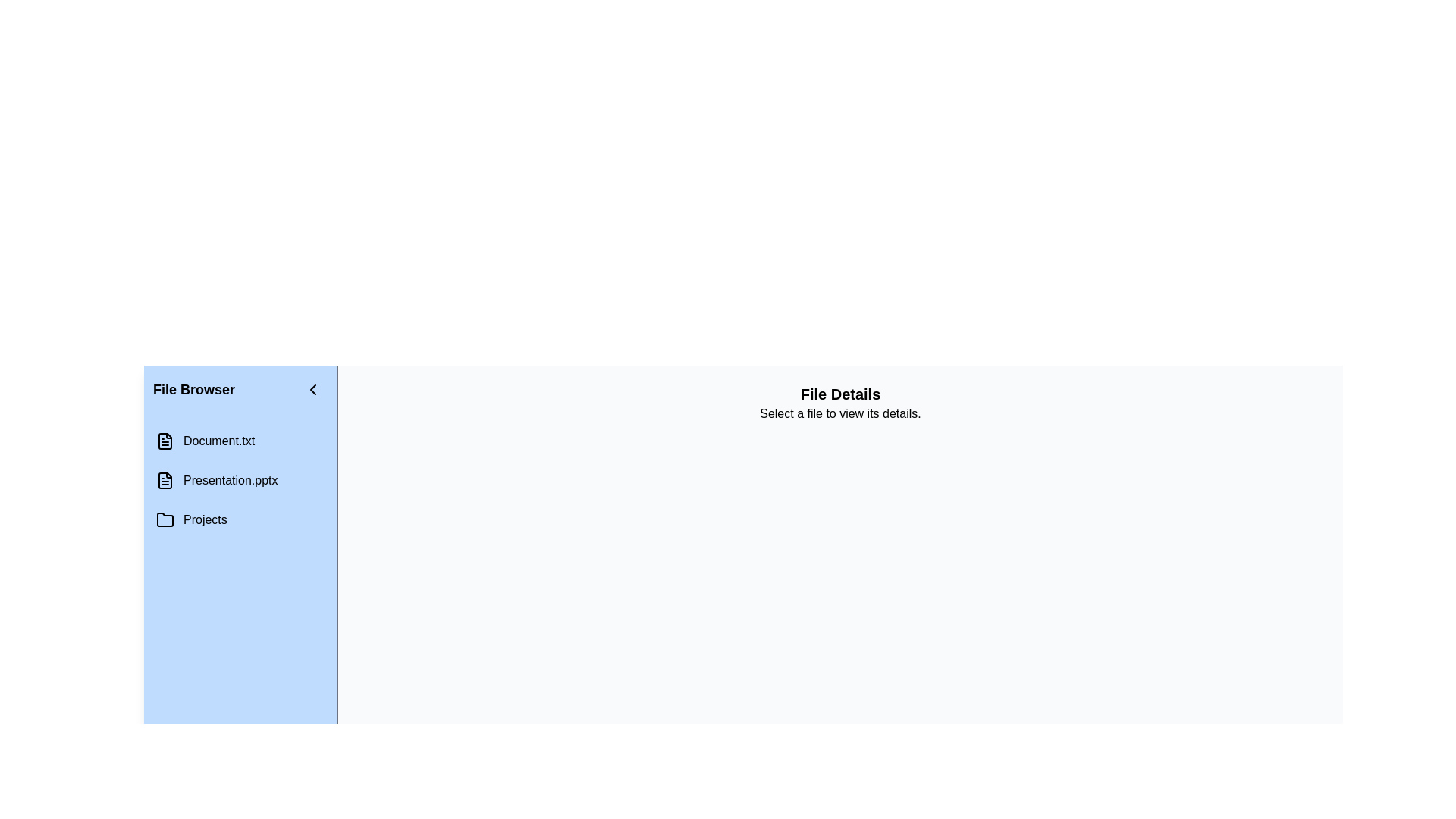 This screenshot has width=1456, height=819. Describe the element at coordinates (240, 441) in the screenshot. I see `the first list item in the sidebar, which displays an icon resembling a document file and the label 'Document.txt'` at that location.